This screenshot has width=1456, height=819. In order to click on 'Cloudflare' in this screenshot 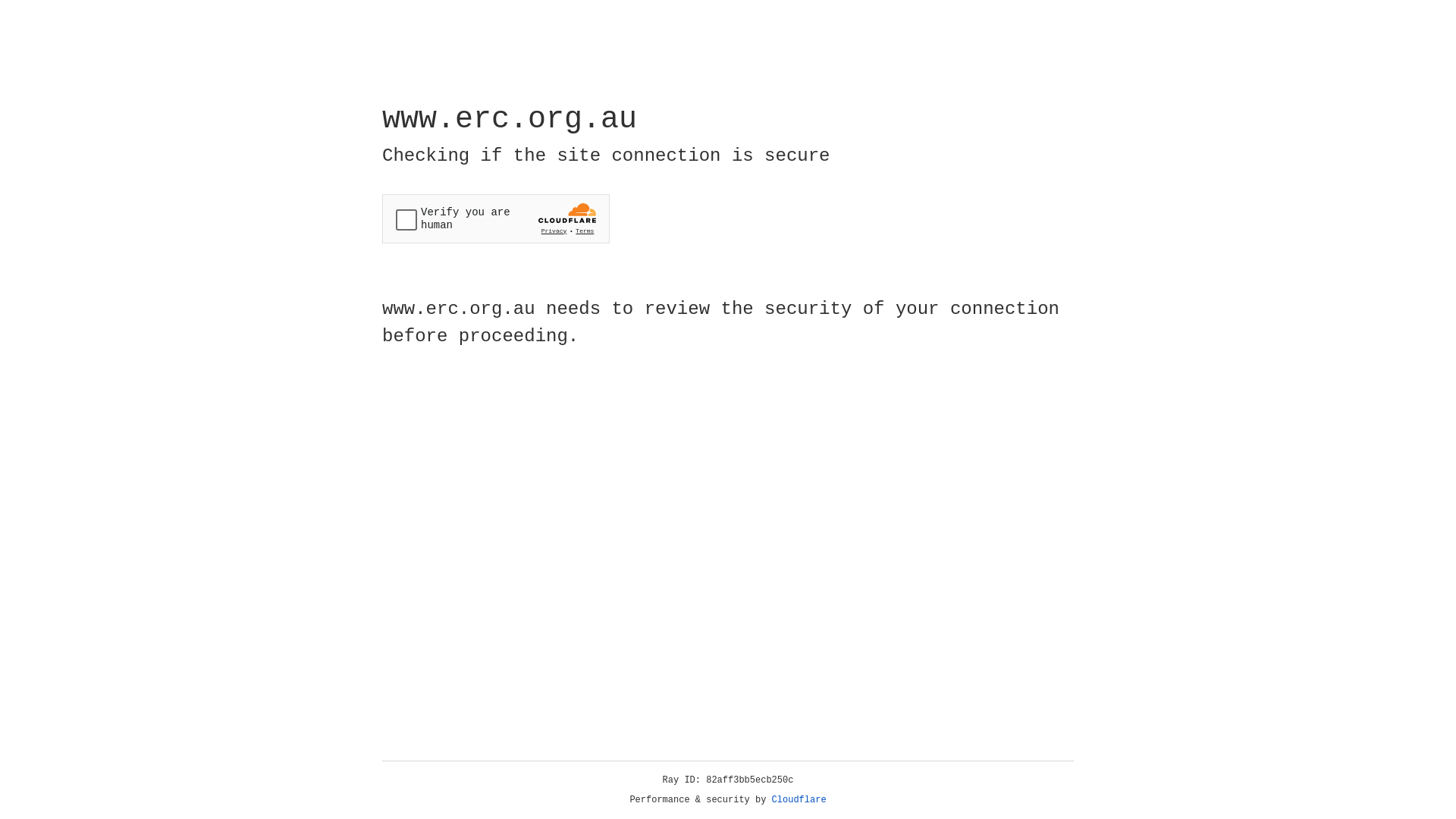, I will do `click(799, 799)`.